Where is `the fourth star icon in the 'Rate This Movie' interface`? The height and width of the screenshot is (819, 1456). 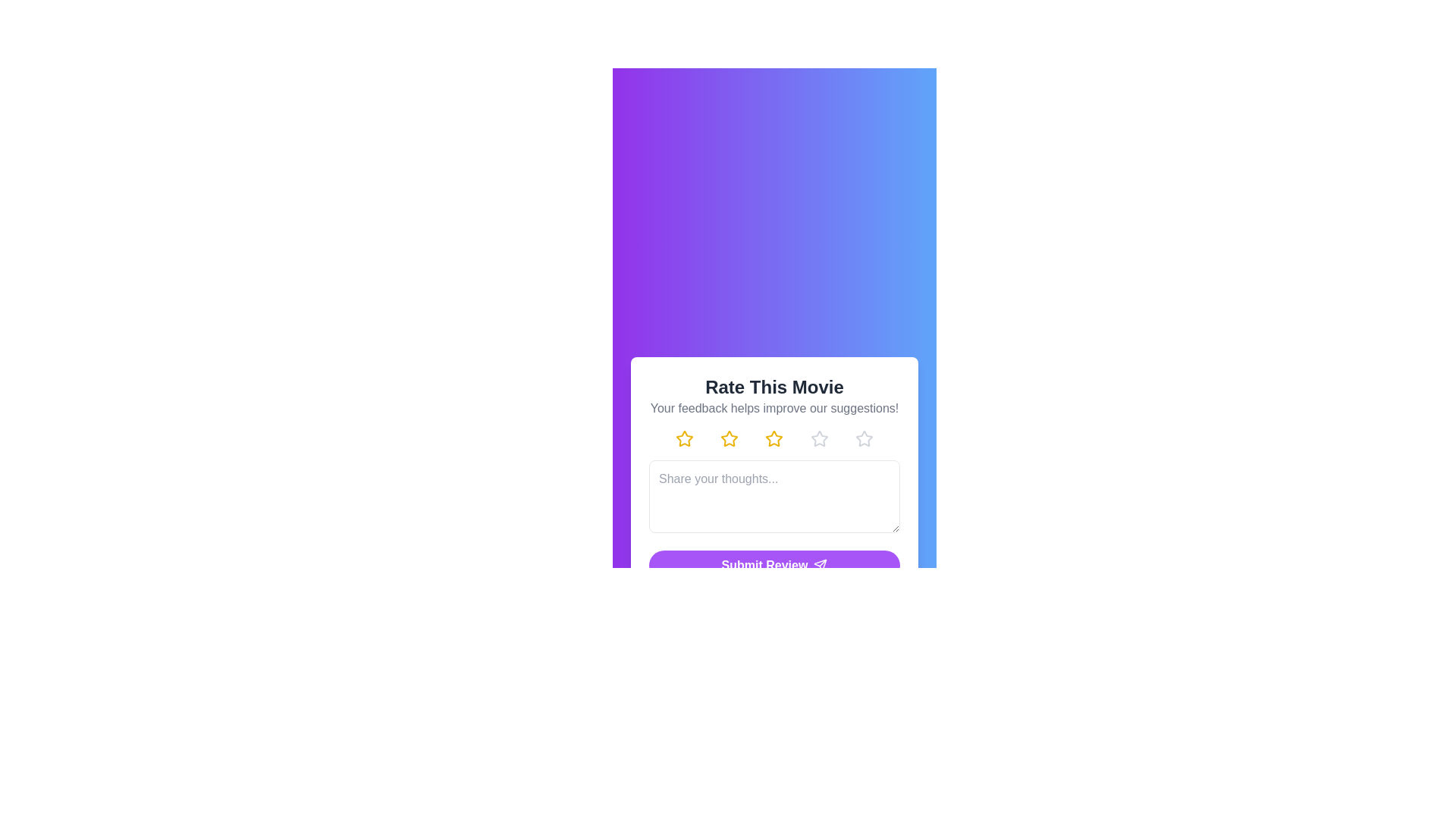 the fourth star icon in the 'Rate This Movie' interface is located at coordinates (818, 438).